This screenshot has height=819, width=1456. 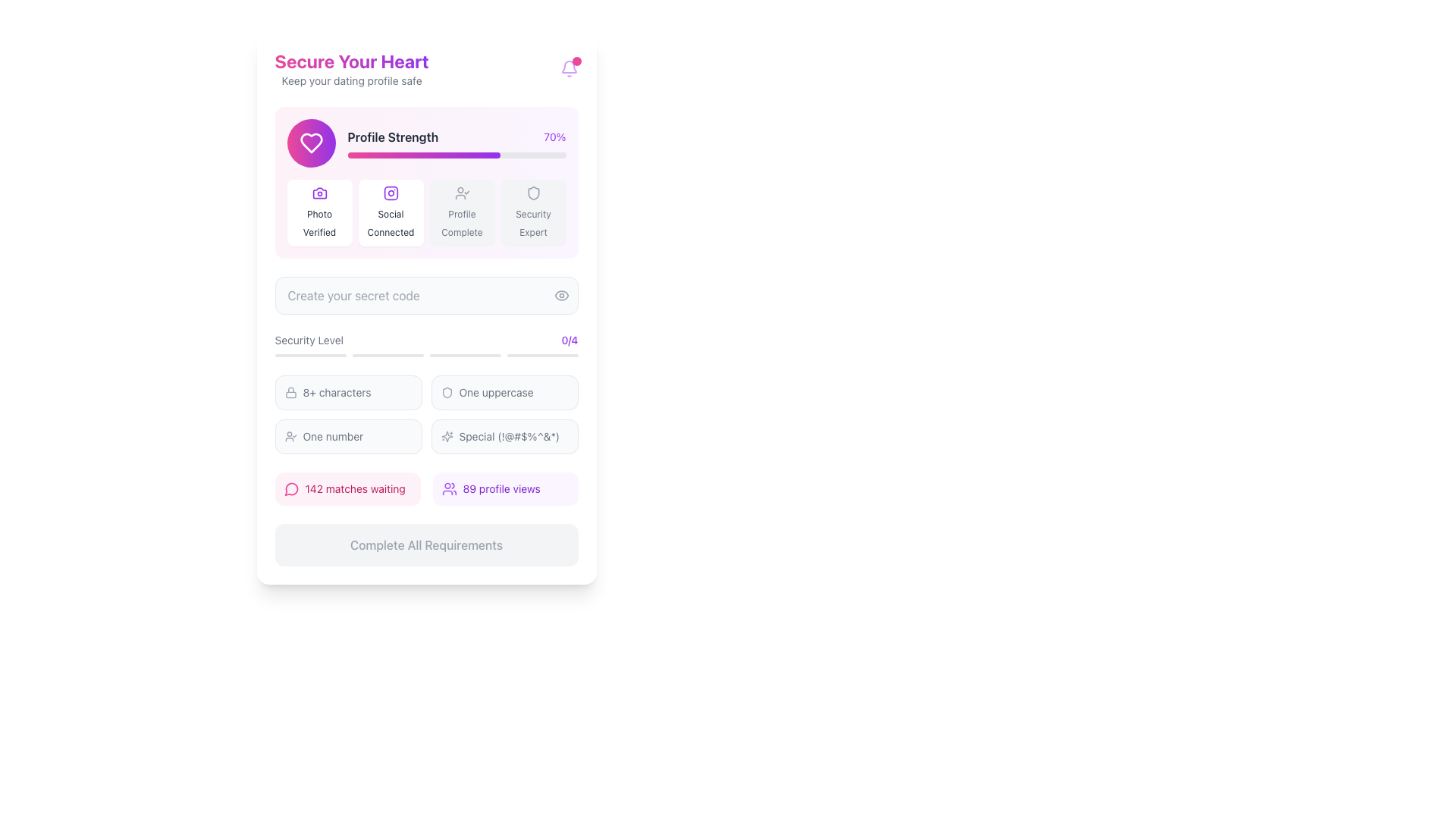 What do you see at coordinates (347, 436) in the screenshot?
I see `the second password requirement text label with an icon indicating the need for at least one numerical character in the 'Security Level' subsection of the UI card` at bounding box center [347, 436].